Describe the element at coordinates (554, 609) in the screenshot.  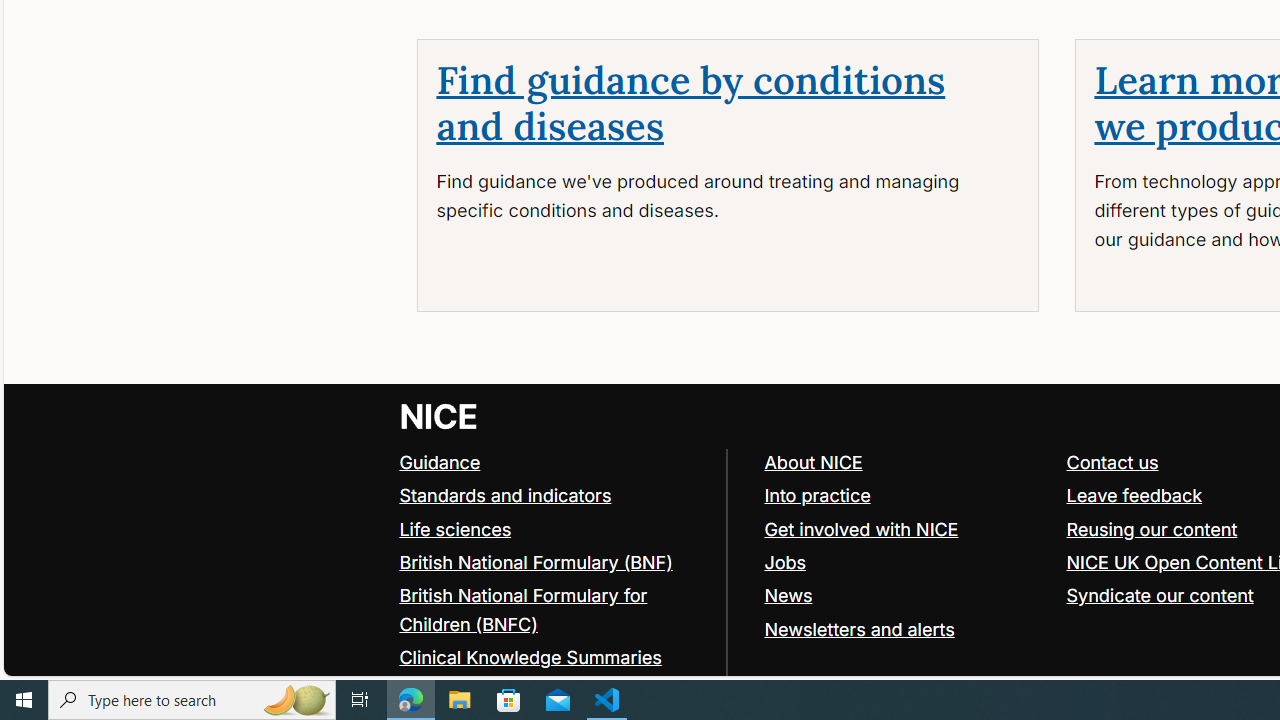
I see `'British National Formulary for Children (BNFC)'` at that location.